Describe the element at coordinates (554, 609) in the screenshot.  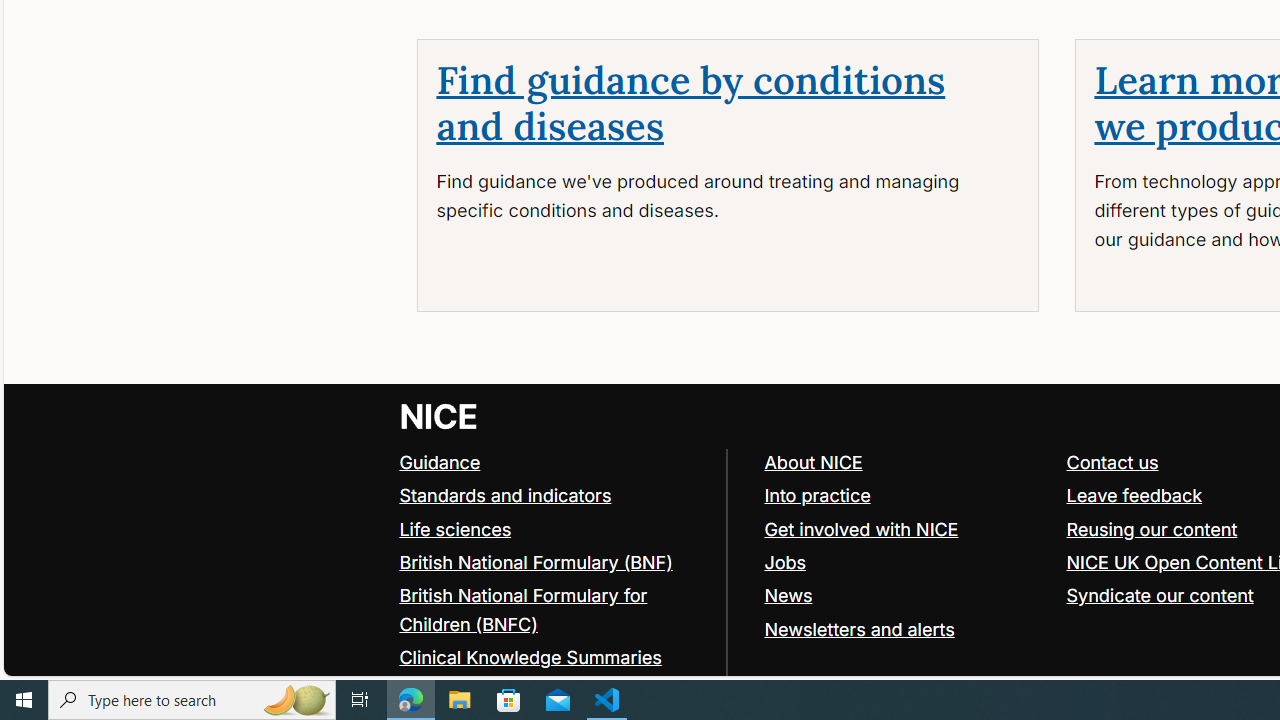
I see `'British National Formulary for Children (BNFC)'` at that location.